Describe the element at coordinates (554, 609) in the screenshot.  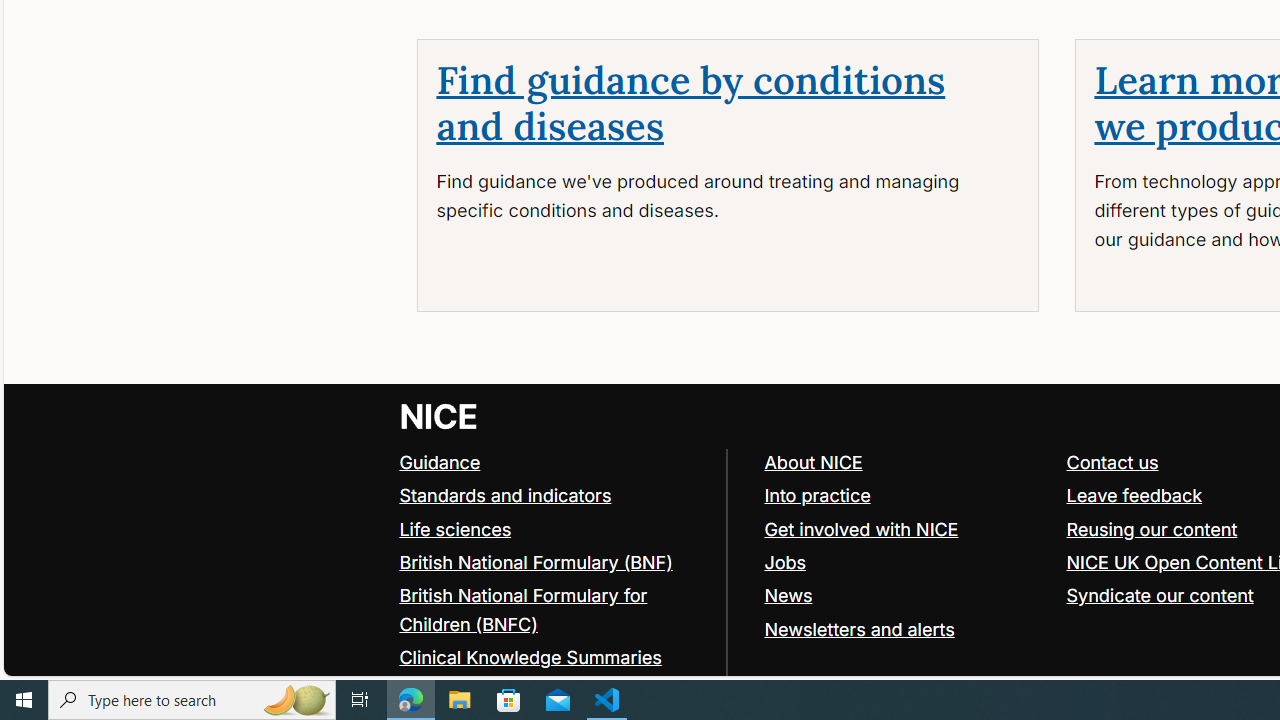
I see `'British National Formulary for Children (BNFC)'` at that location.